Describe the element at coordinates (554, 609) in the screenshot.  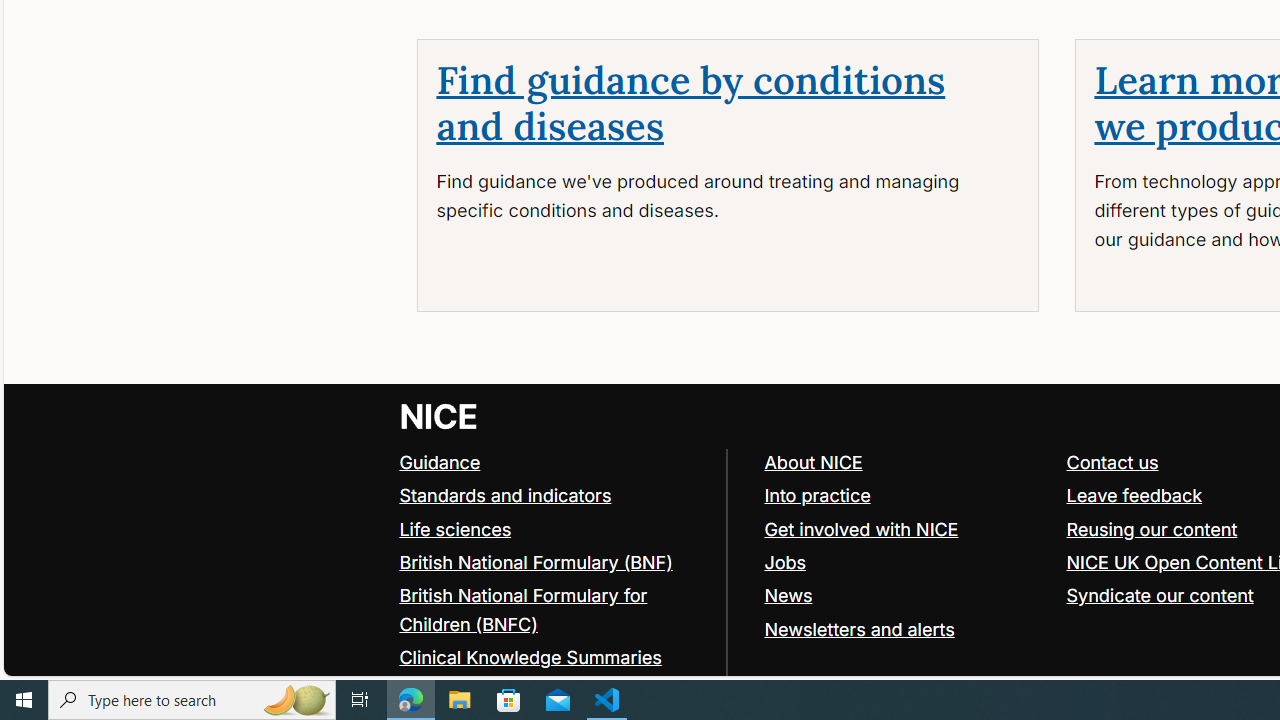
I see `'British National Formulary for Children (BNFC)'` at that location.